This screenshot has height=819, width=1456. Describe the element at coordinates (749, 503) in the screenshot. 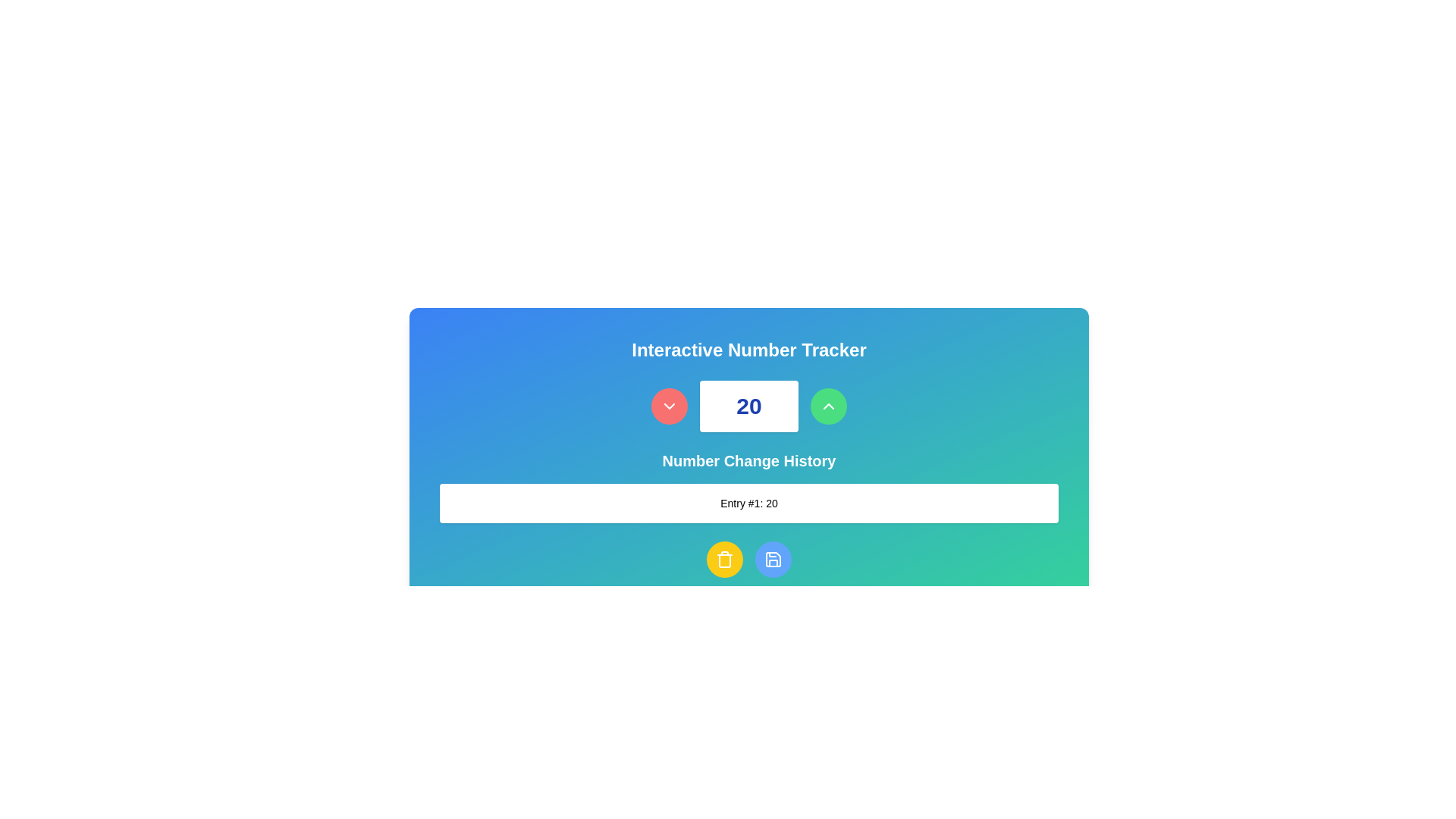

I see `the text label displaying 'Entry #1: 20' located in the 'Number Change History' section at the bottom of the primary interface` at that location.